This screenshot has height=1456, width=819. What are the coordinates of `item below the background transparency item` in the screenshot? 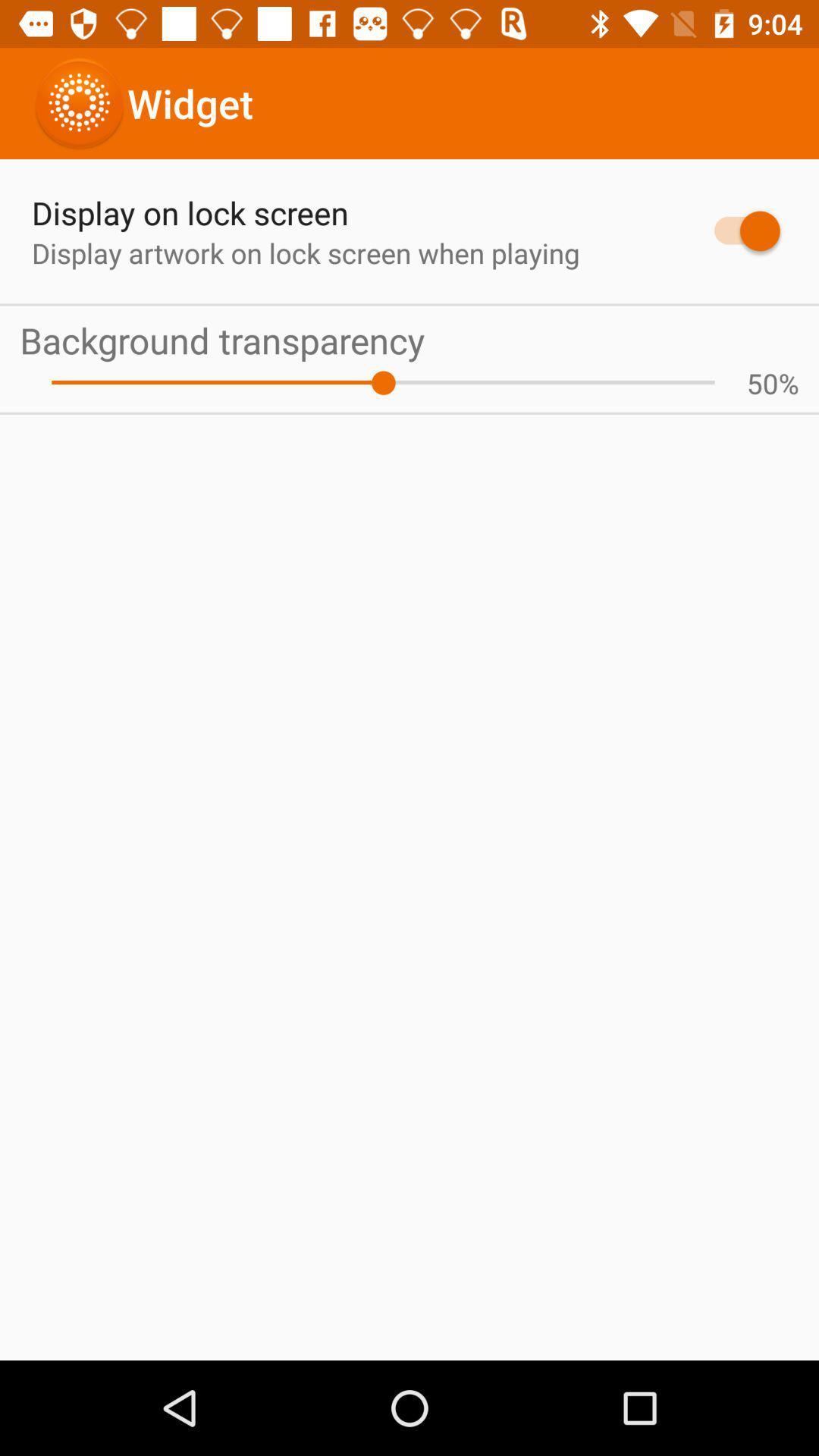 It's located at (382, 383).